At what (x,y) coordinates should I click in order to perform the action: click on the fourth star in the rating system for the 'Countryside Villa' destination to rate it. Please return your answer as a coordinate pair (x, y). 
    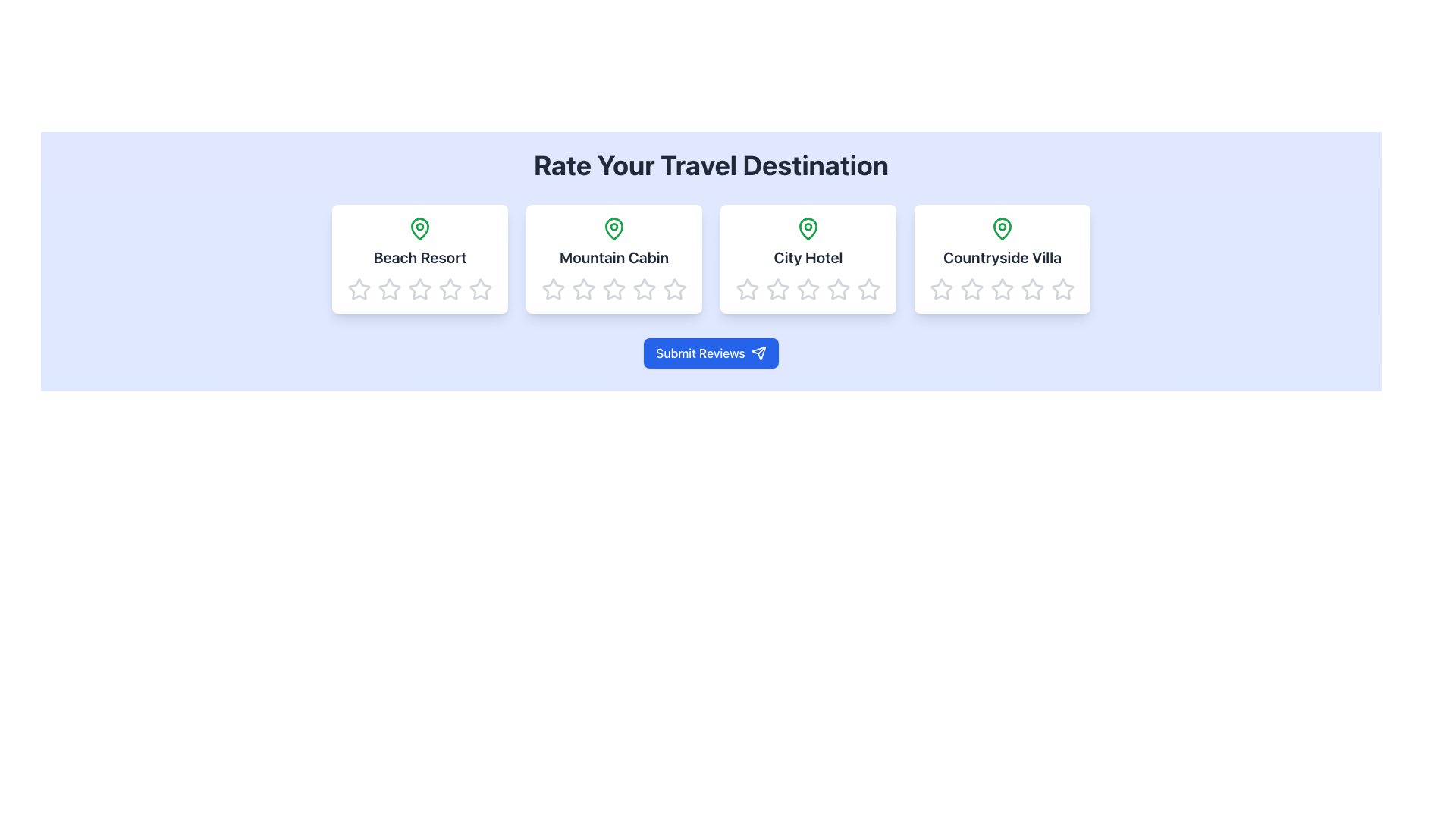
    Looking at the image, I should click on (1032, 289).